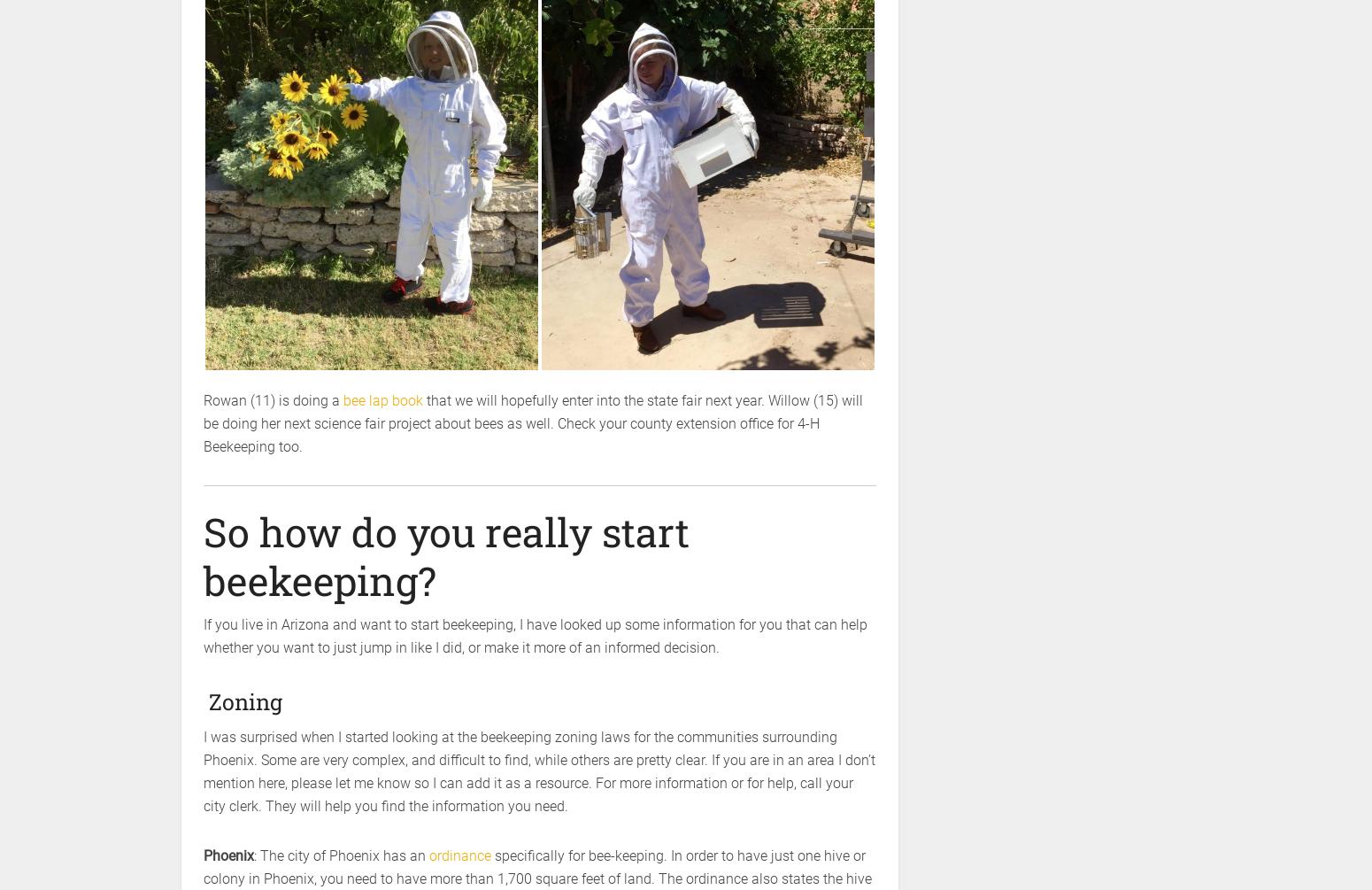 The width and height of the screenshot is (1372, 890). I want to click on 'ordinance', so click(459, 855).